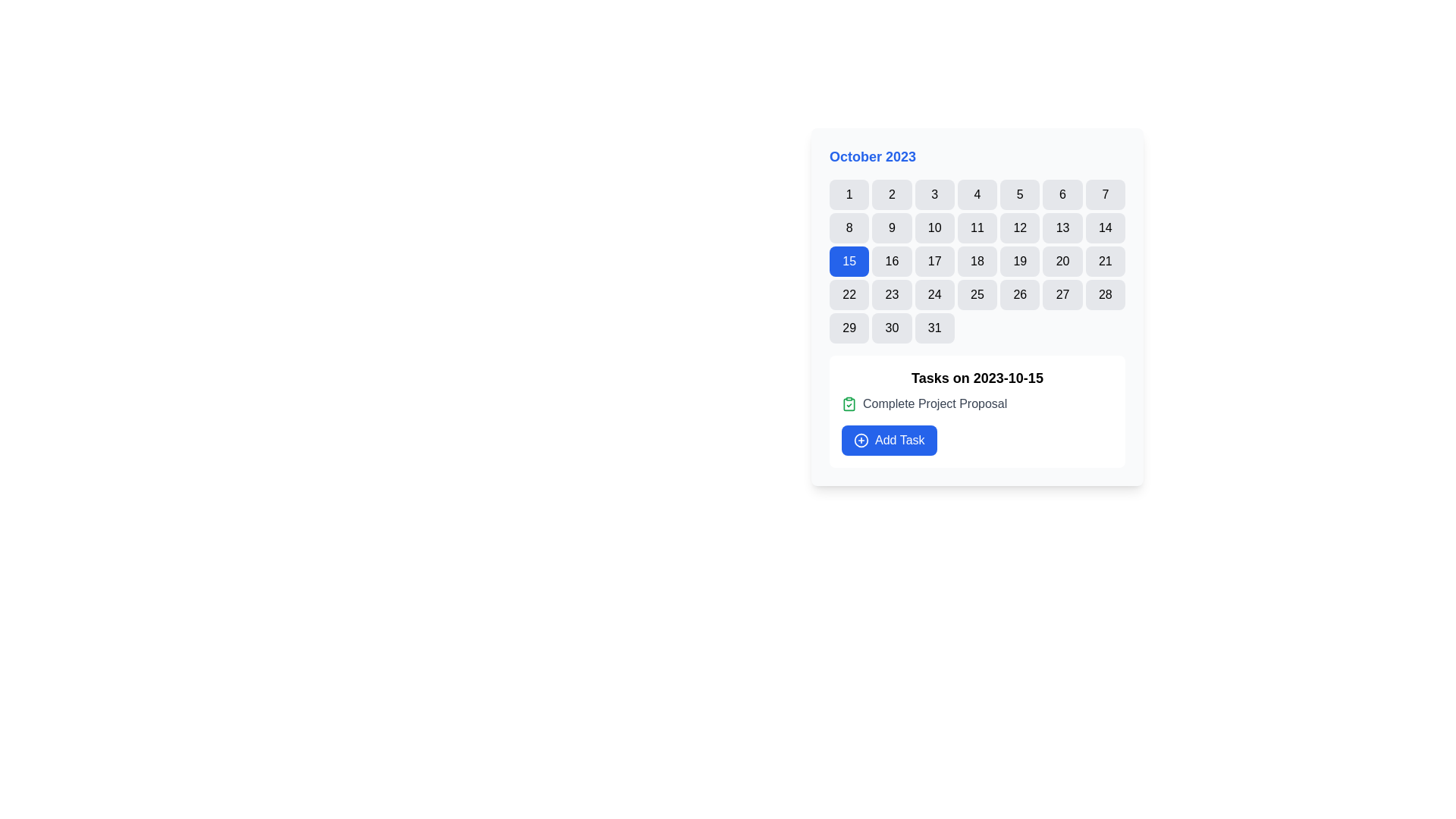 Image resolution: width=1456 pixels, height=819 pixels. I want to click on the square button with a rounded-corner design, styled in light gray and containing the number '24' in bold black text, so click(934, 295).